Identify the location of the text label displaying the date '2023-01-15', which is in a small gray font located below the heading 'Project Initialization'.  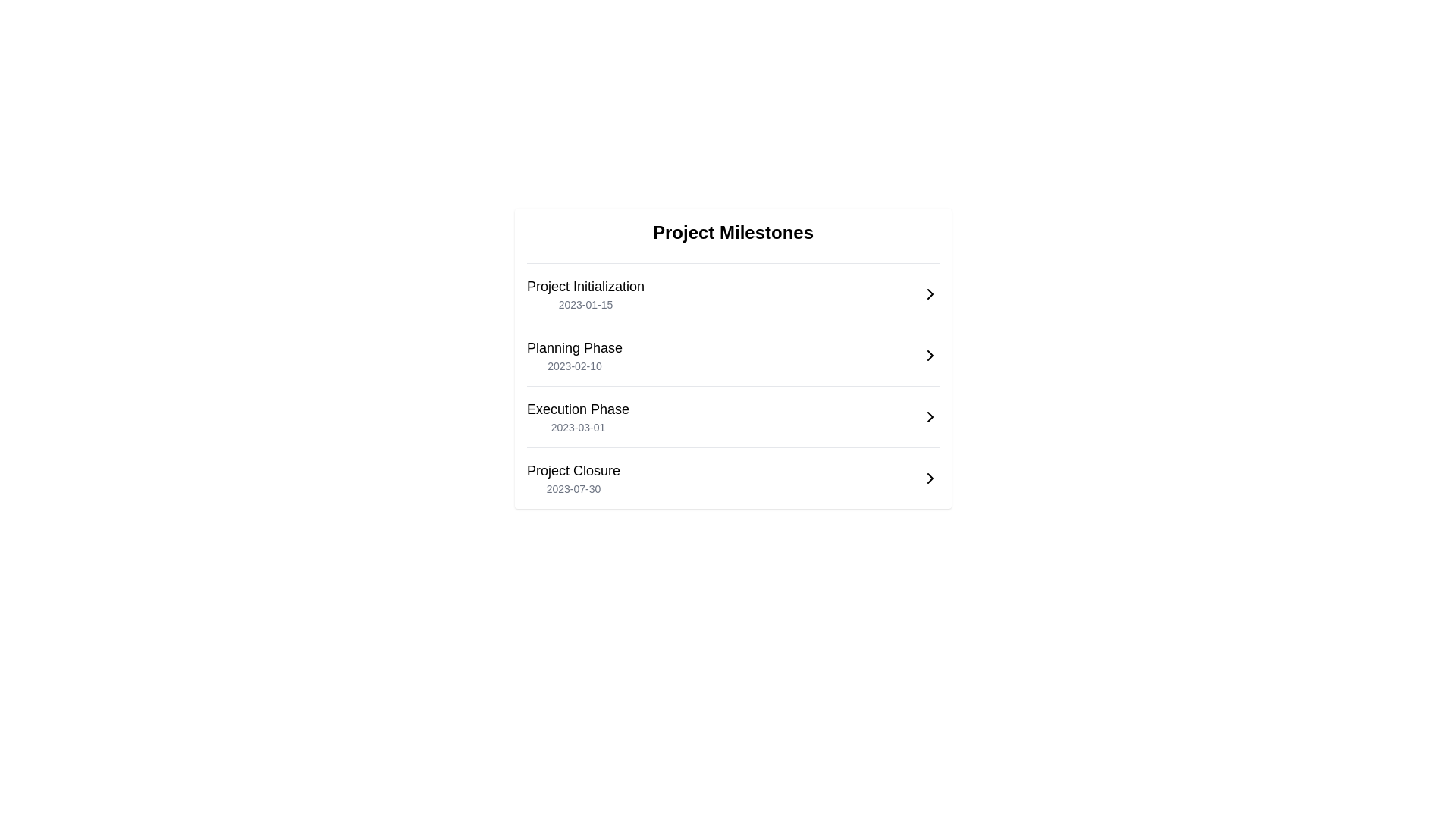
(585, 304).